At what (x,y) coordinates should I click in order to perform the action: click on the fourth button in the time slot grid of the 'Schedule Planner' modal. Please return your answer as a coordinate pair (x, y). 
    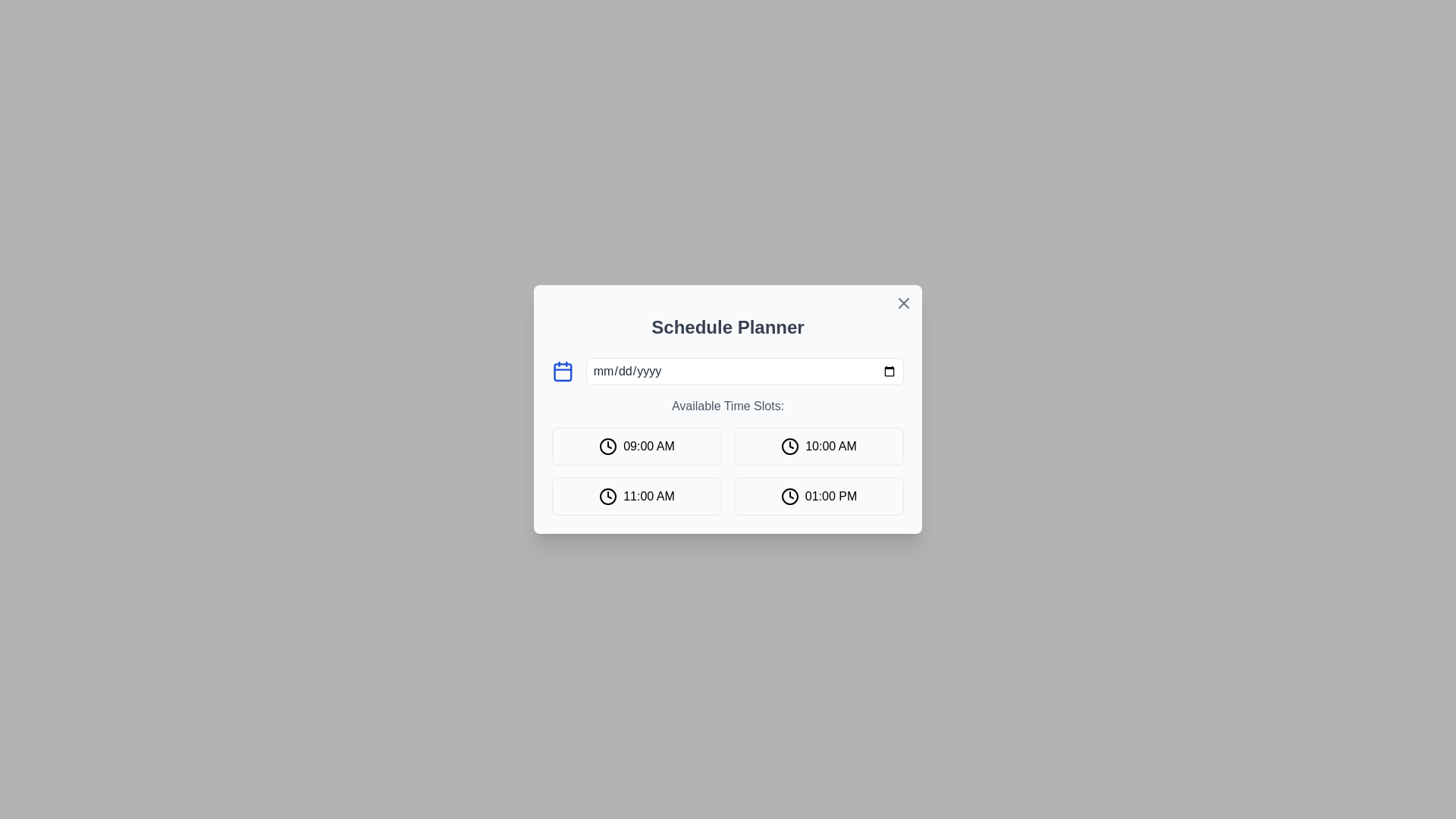
    Looking at the image, I should click on (818, 497).